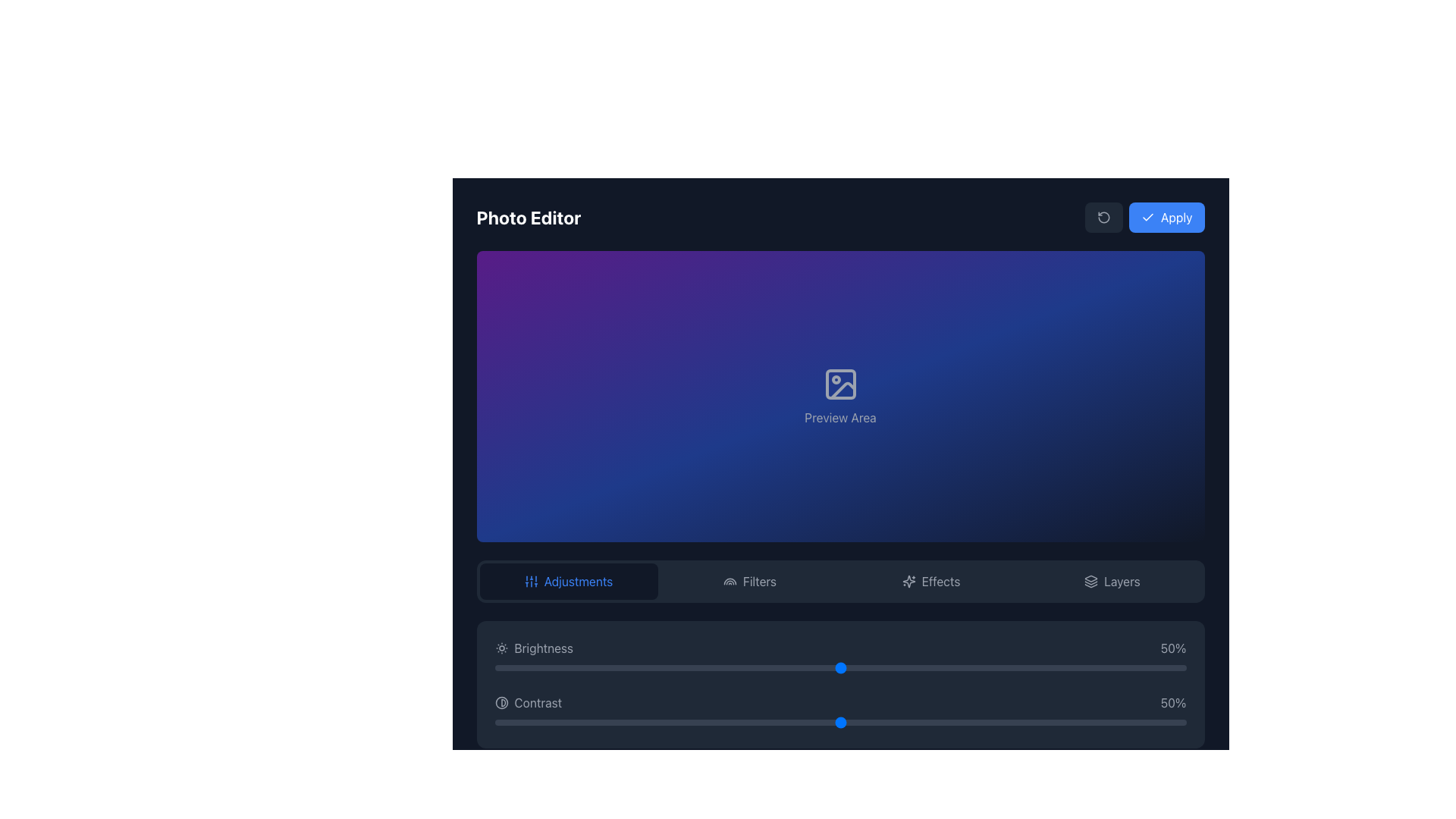 This screenshot has width=1456, height=819. What do you see at coordinates (1103, 217) in the screenshot?
I see `the icon button, which is a rounded rectangular button with a dark gray background and a light gray border containing a counter-clockwise arrow` at bounding box center [1103, 217].